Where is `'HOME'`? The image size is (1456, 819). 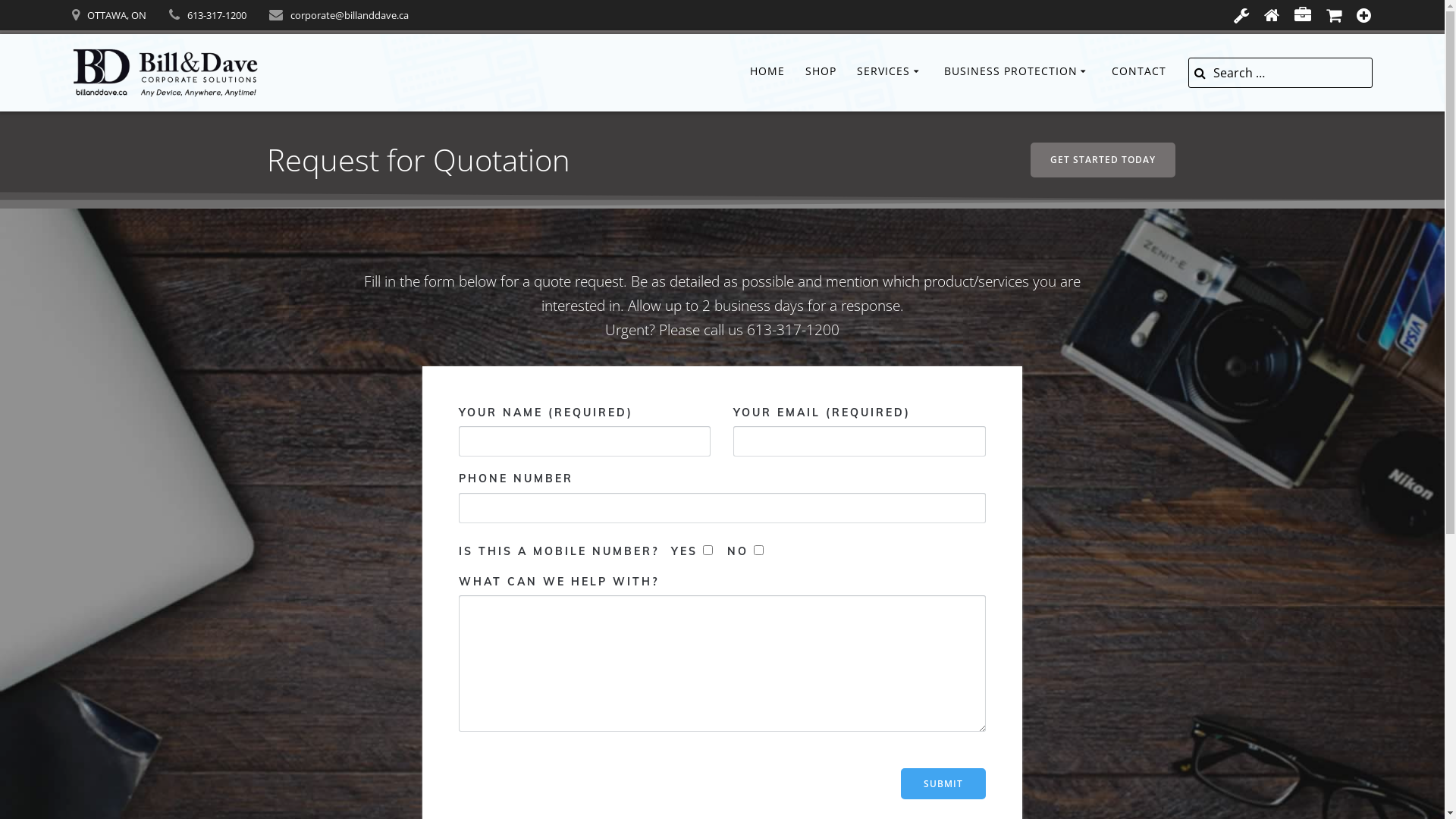 'HOME' is located at coordinates (749, 72).